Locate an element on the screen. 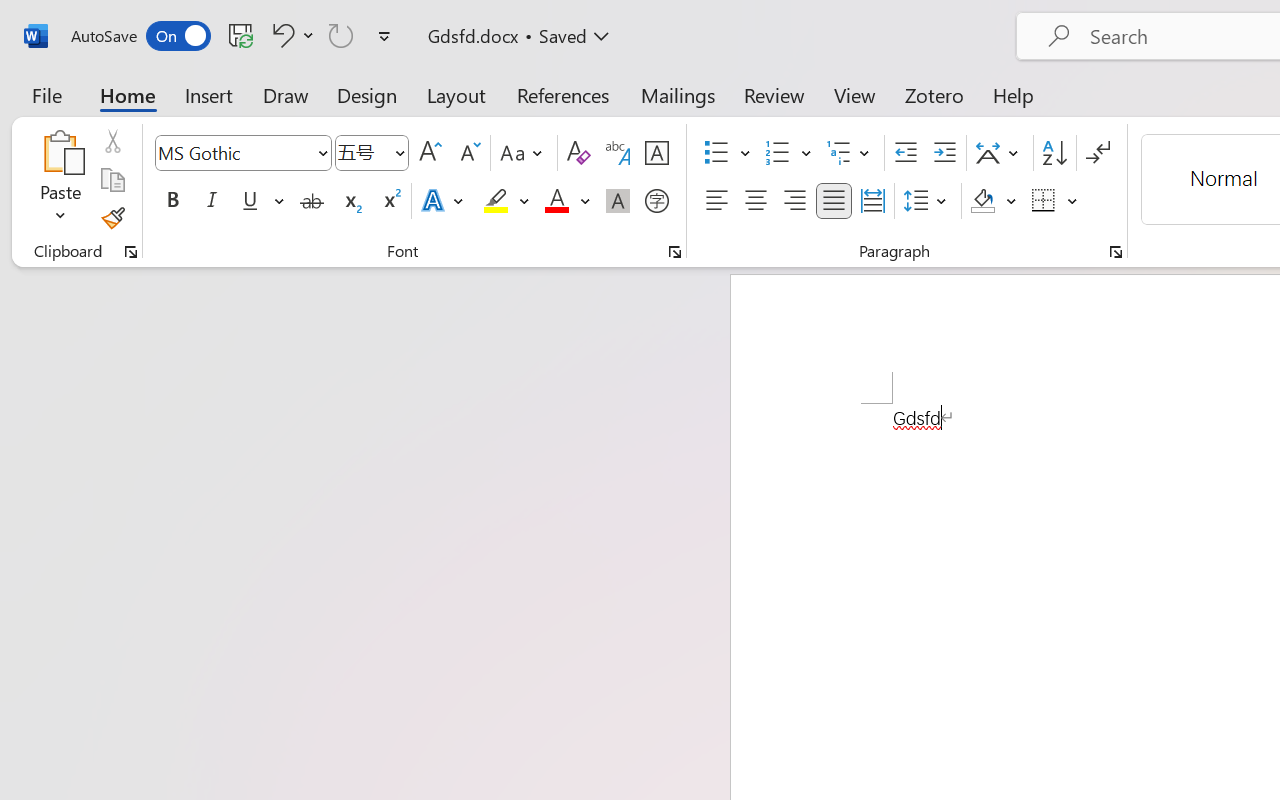 The height and width of the screenshot is (800, 1280). 'Can' is located at coordinates (341, 34).